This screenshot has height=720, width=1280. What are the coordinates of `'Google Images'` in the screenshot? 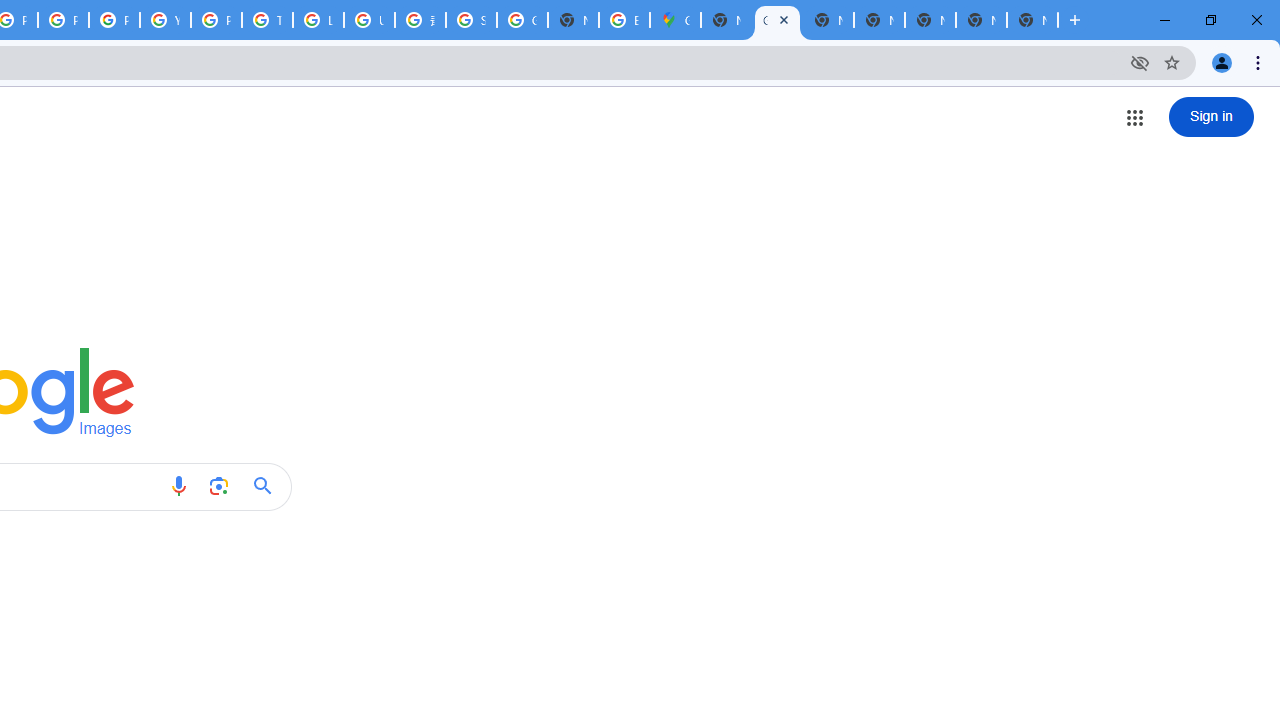 It's located at (775, 20).